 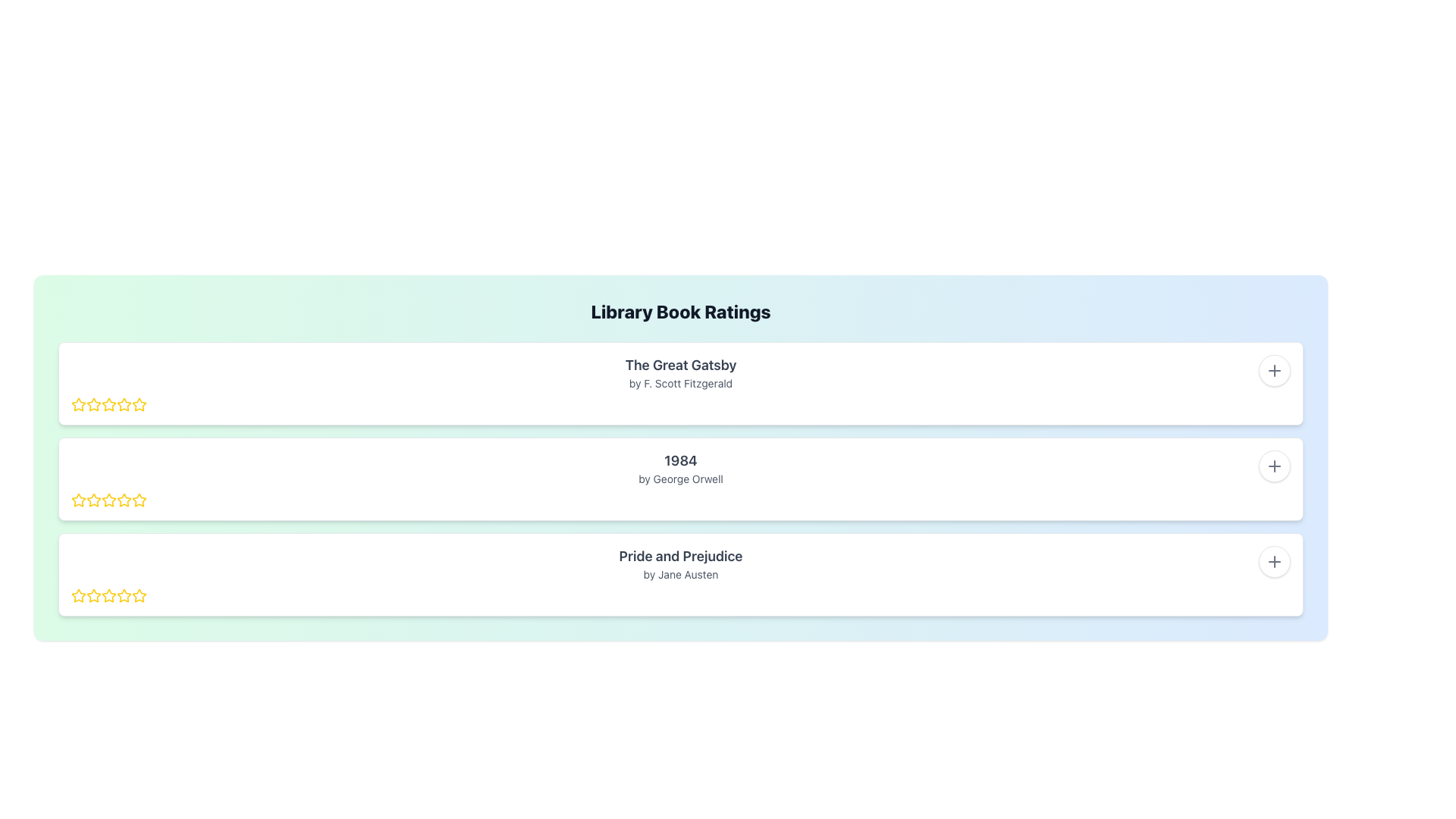 I want to click on the yellow star icon with a white center, which is the second star in the rating scale for 'The Great Gatsby', so click(x=108, y=403).